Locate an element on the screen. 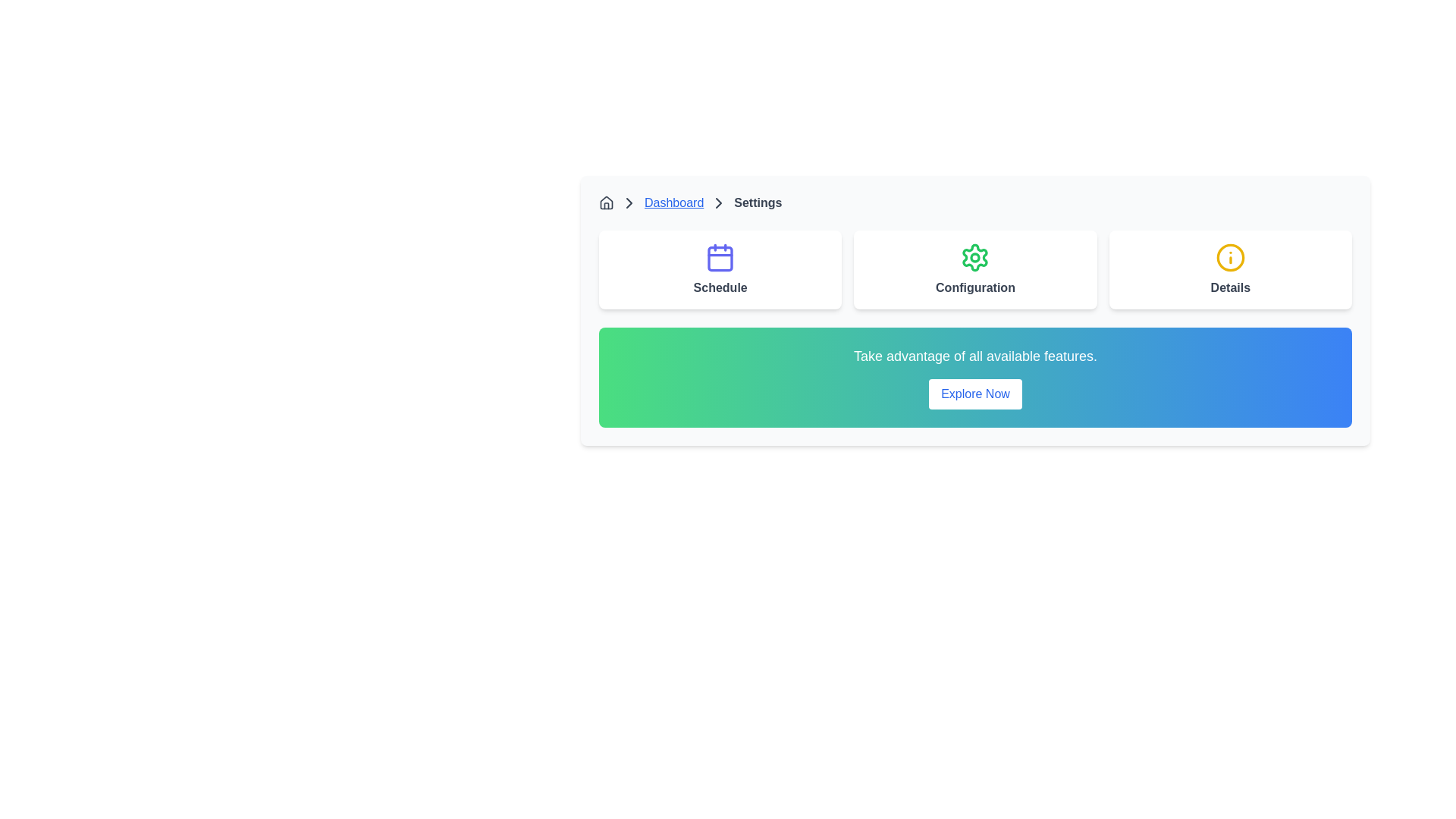 The image size is (1456, 819). the green gear icon located above the text 'Configuration' to initiate navigation or action is located at coordinates (975, 256).